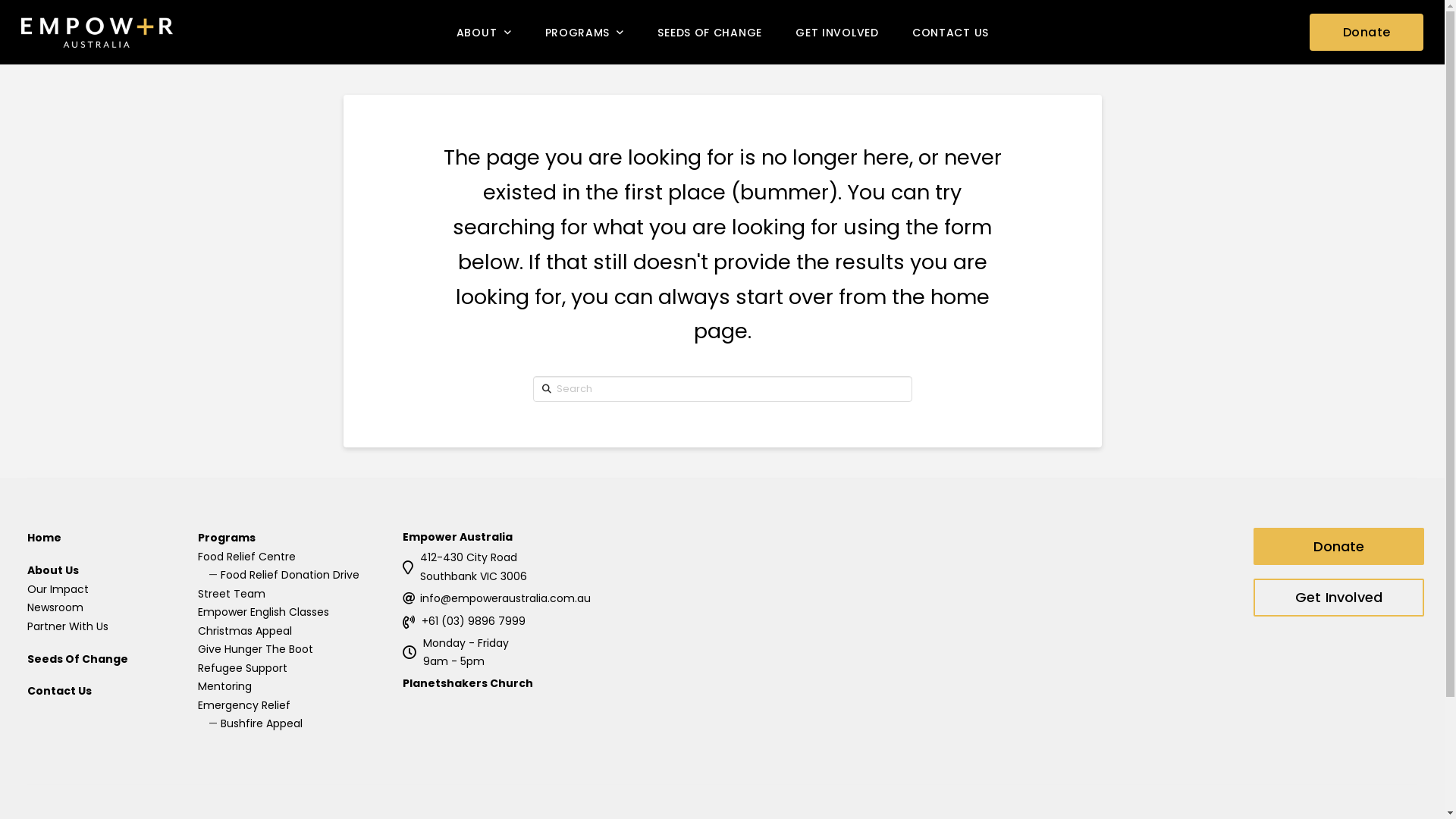  I want to click on 'Our Impact', so click(58, 588).